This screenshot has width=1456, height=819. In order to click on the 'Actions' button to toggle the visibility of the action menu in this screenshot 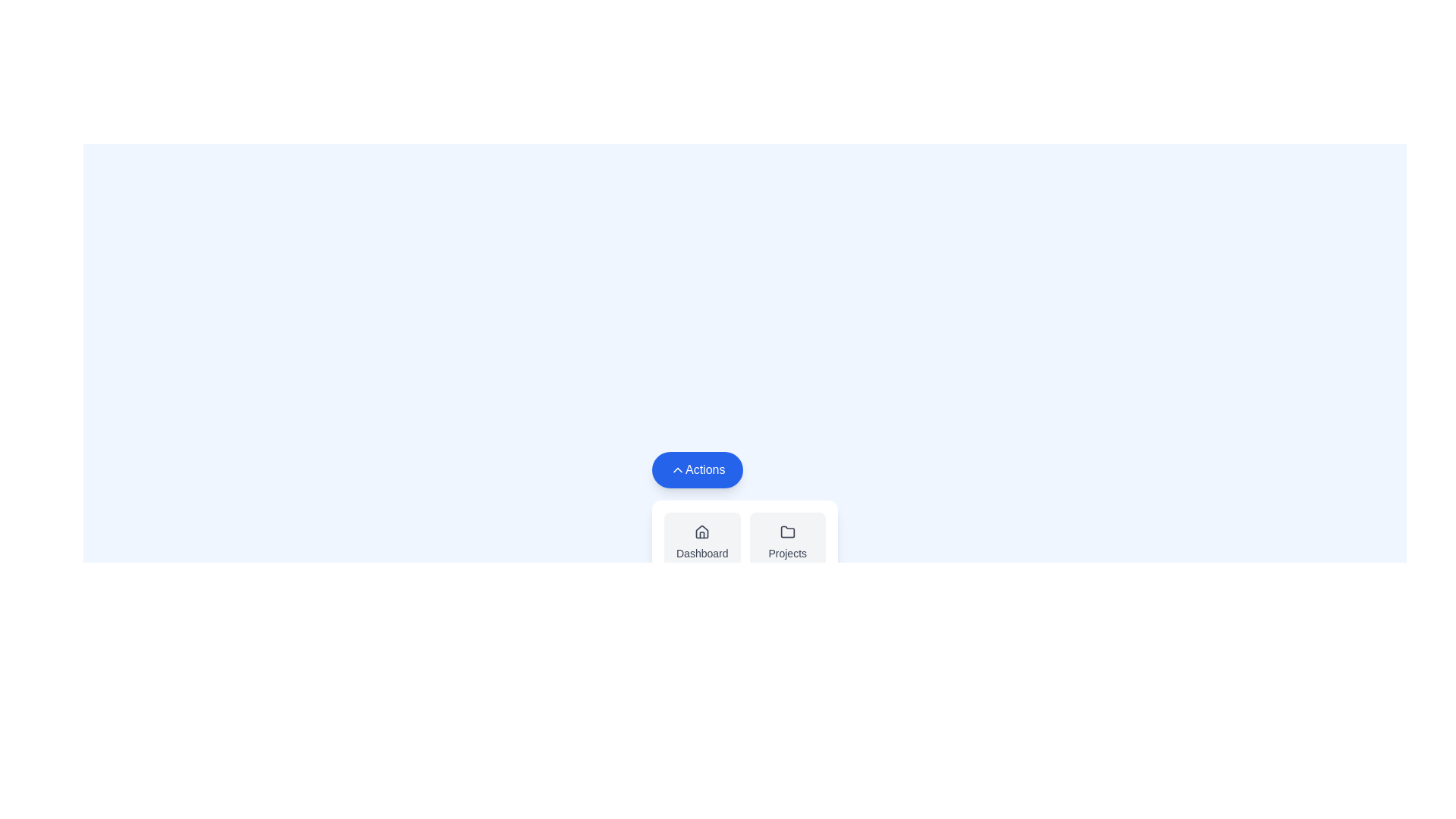, I will do `click(697, 469)`.